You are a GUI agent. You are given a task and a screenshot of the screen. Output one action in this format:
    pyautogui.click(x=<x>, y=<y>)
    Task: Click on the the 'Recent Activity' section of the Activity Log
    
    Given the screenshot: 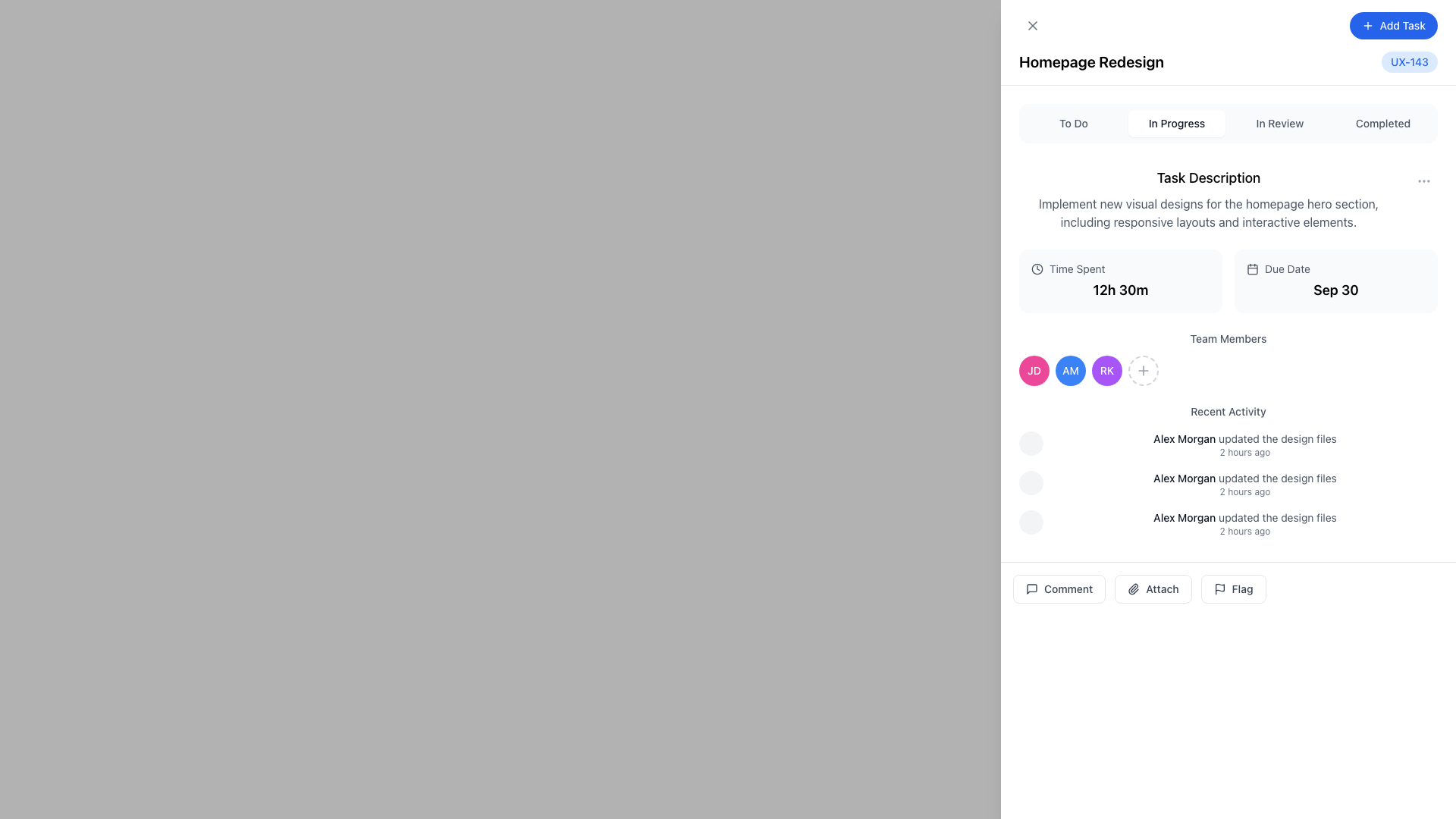 What is the action you would take?
    pyautogui.click(x=1228, y=470)
    